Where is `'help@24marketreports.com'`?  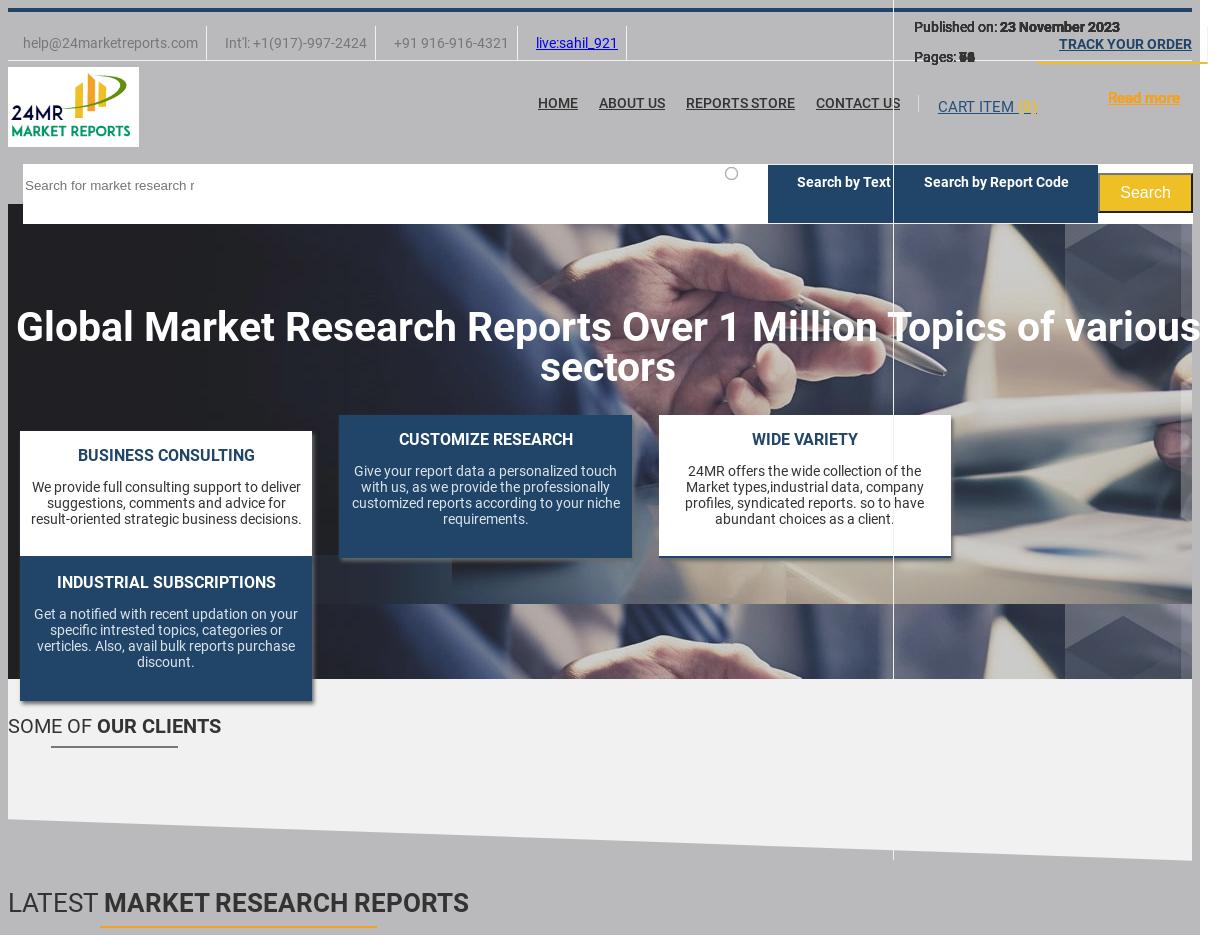 'help@24marketreports.com' is located at coordinates (109, 42).